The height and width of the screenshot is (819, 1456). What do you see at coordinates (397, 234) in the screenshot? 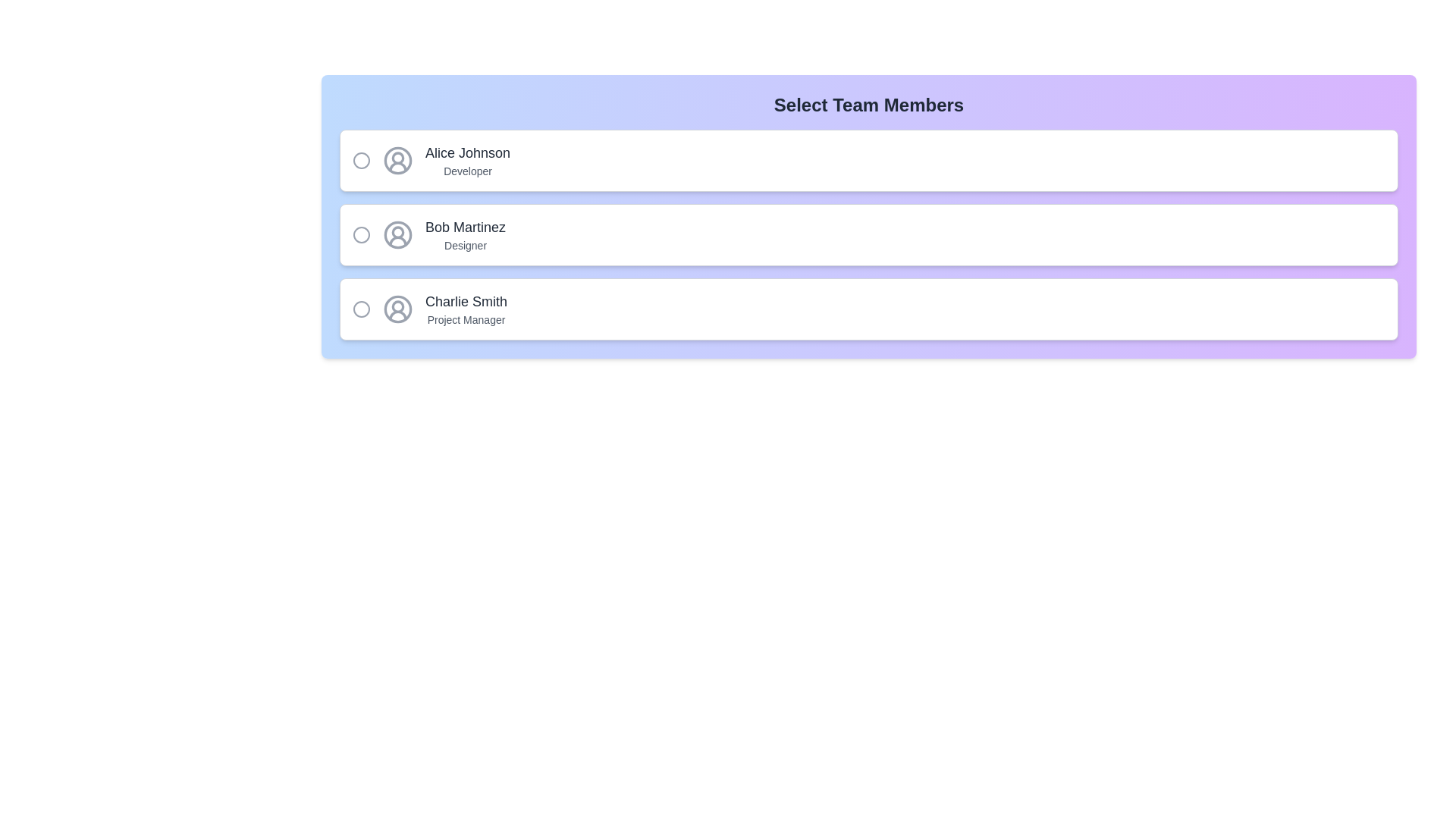
I see `the user profile icon associated with 'Bob Martinez', located in the second card of the 'Select Team Members' section` at bounding box center [397, 234].